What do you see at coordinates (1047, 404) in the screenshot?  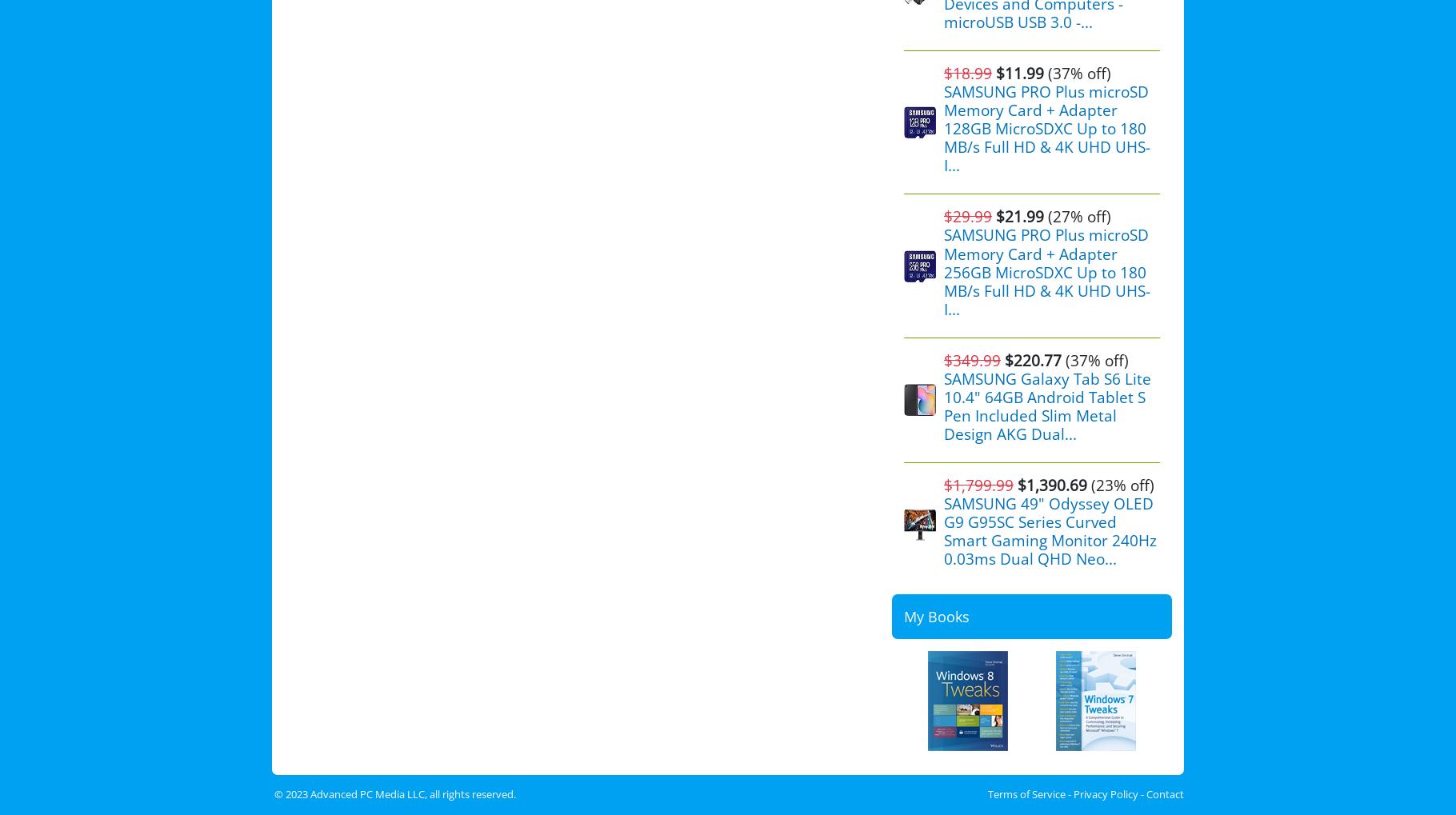 I see `'SAMSUNG Galaxy Tab S6 Lite 10.4" 64GB Android Tablet S Pen Included Slim Metal Design AKG Dual...'` at bounding box center [1047, 404].